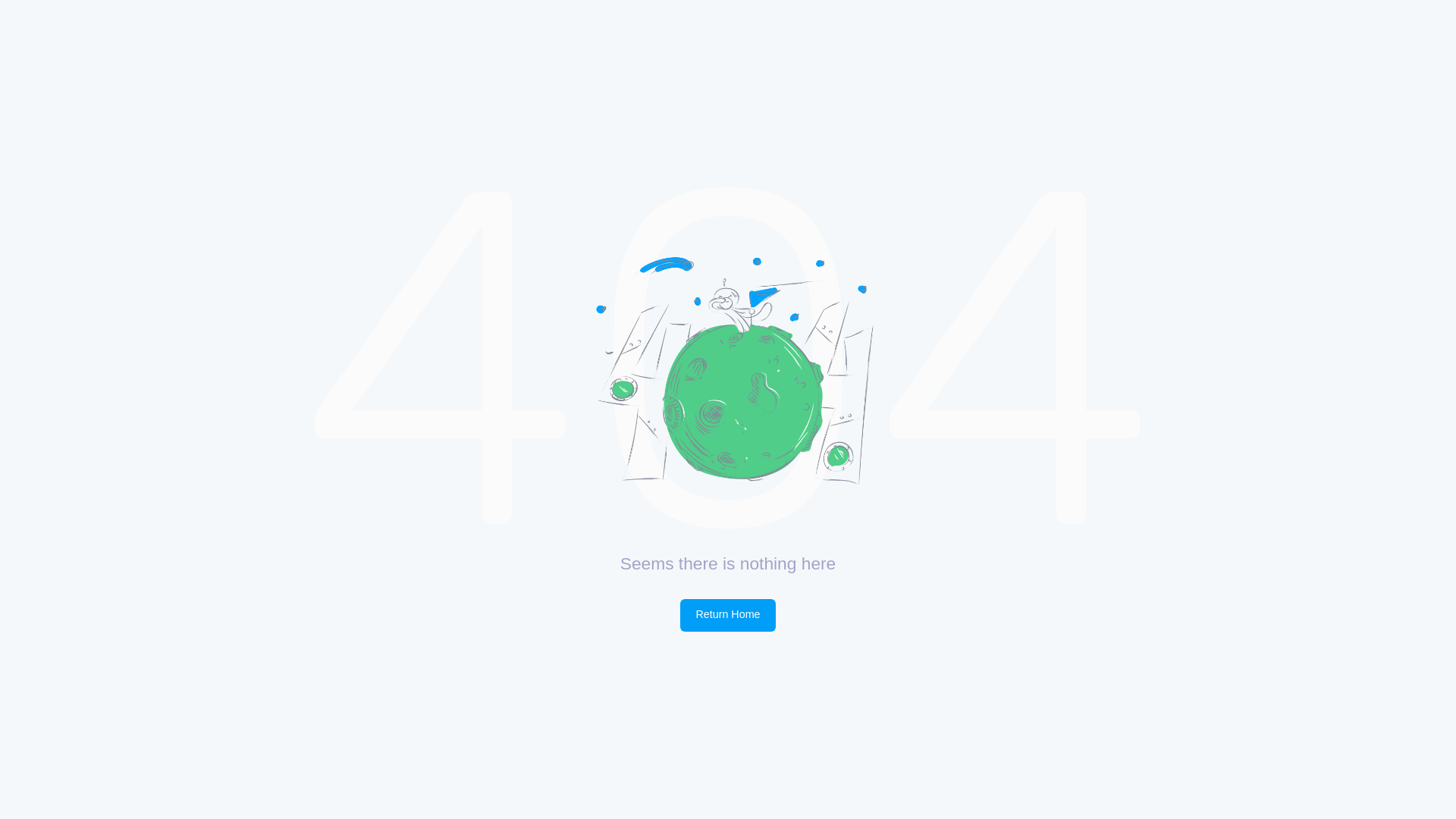 Image resolution: width=1456 pixels, height=819 pixels. Describe the element at coordinates (728, 615) in the screenshot. I see `'Return Home'` at that location.